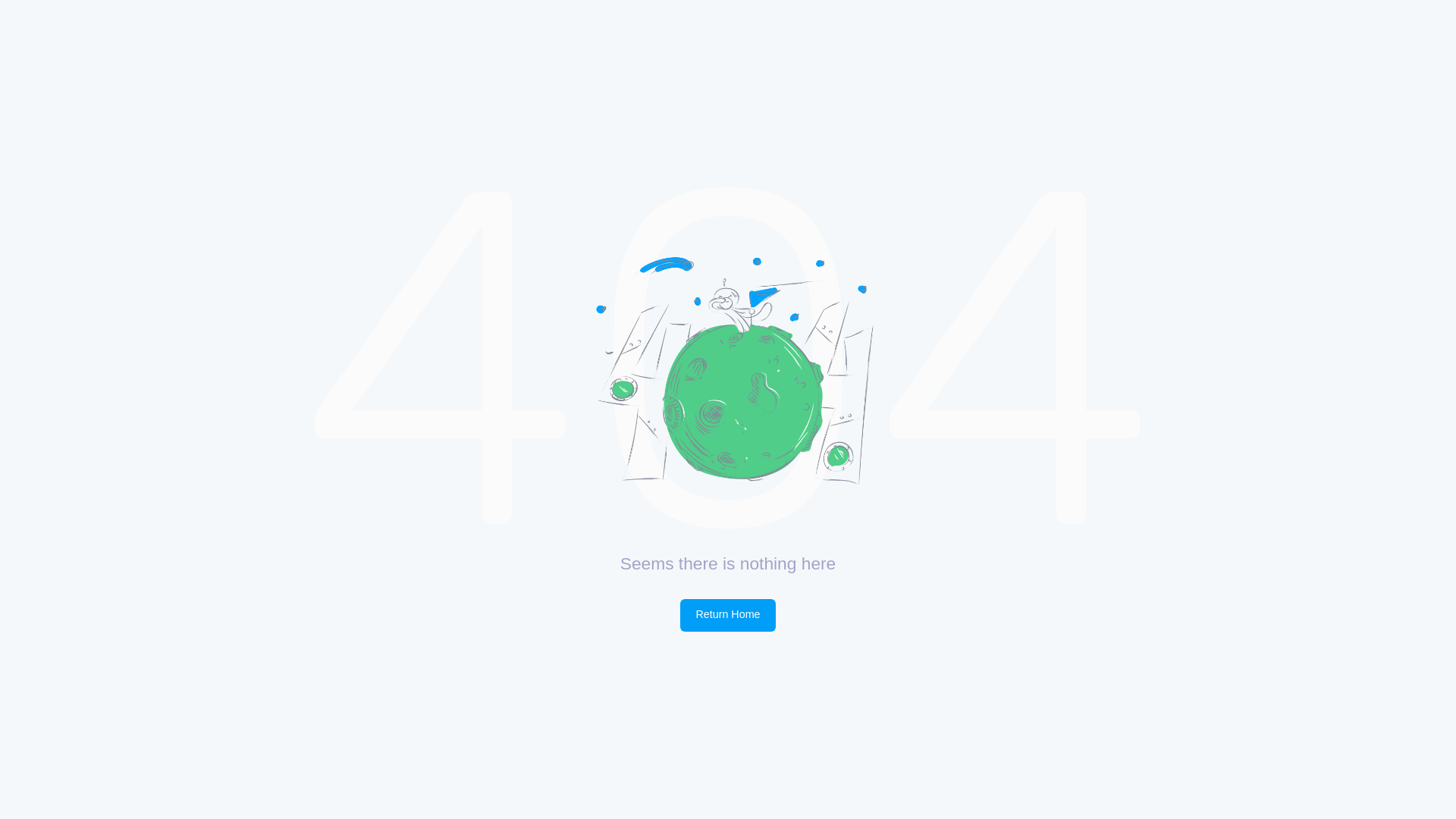 Image resolution: width=1456 pixels, height=819 pixels. Describe the element at coordinates (728, 615) in the screenshot. I see `'Return Home'` at that location.